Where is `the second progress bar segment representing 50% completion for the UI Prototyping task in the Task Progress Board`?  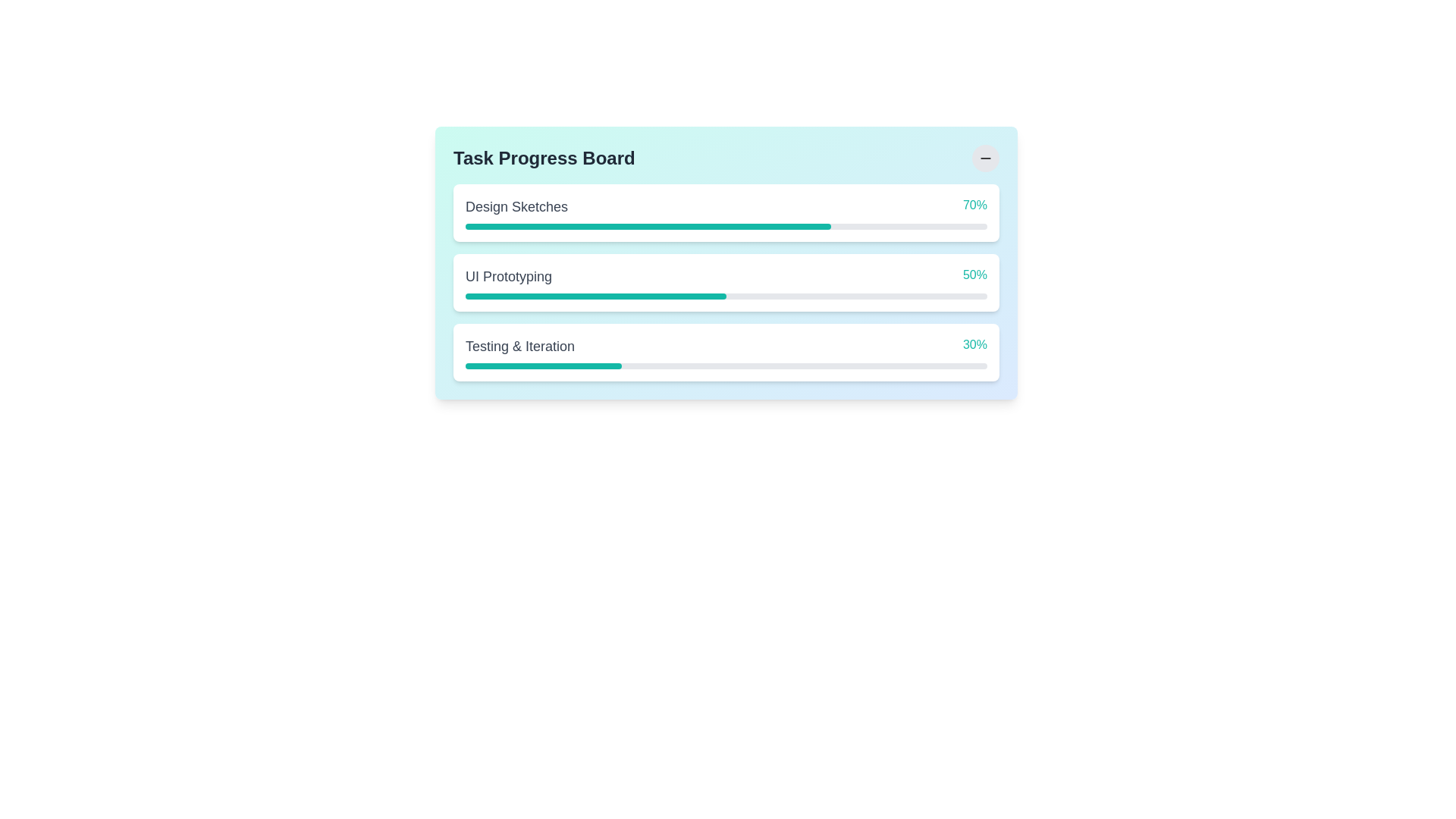
the second progress bar segment representing 50% completion for the UI Prototyping task in the Task Progress Board is located at coordinates (595, 296).